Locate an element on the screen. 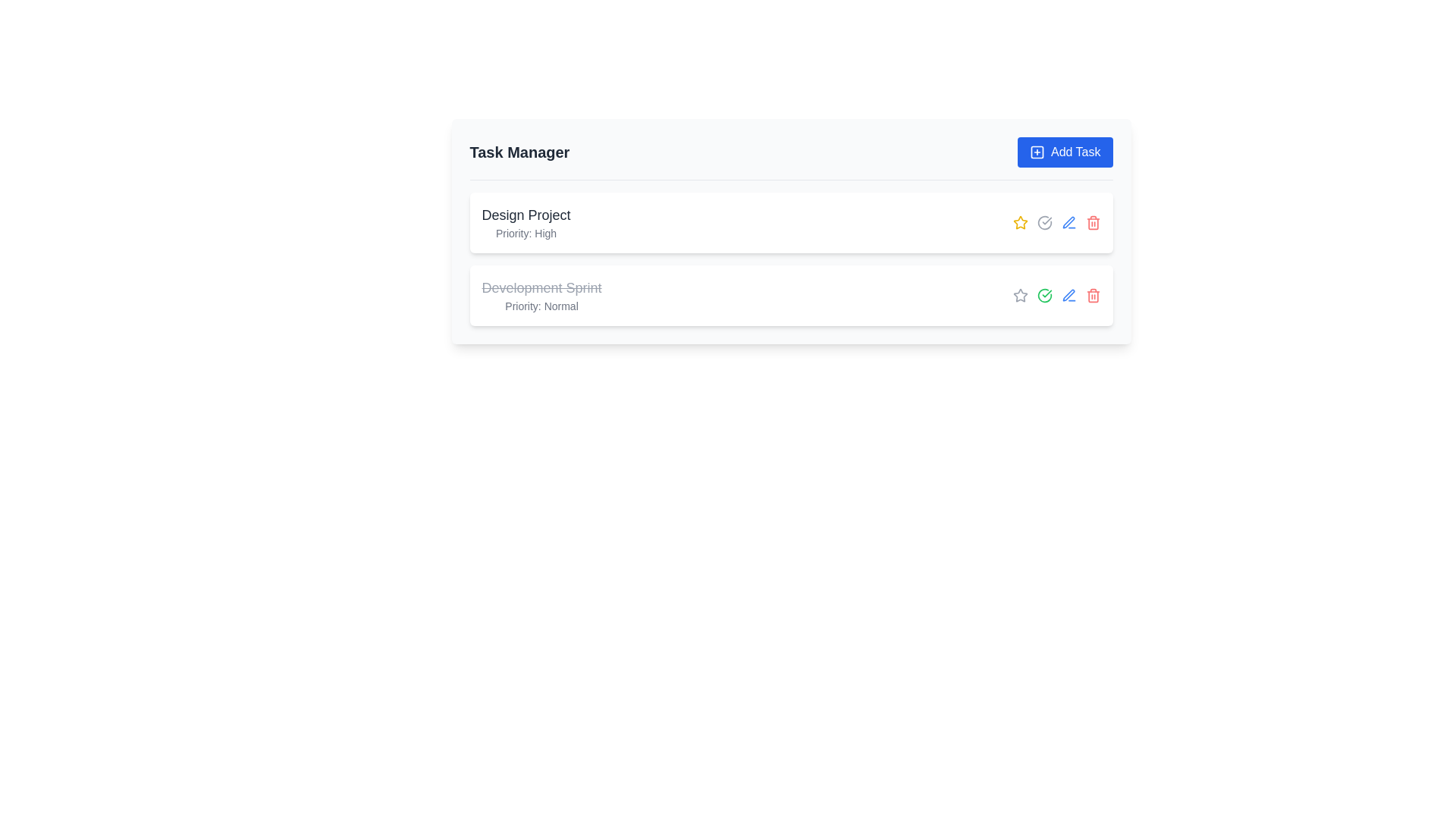 The height and width of the screenshot is (819, 1456). the decorative icon within the 'Add Task' button located at the top-right corner of the task manager interface is located at coordinates (1037, 152).